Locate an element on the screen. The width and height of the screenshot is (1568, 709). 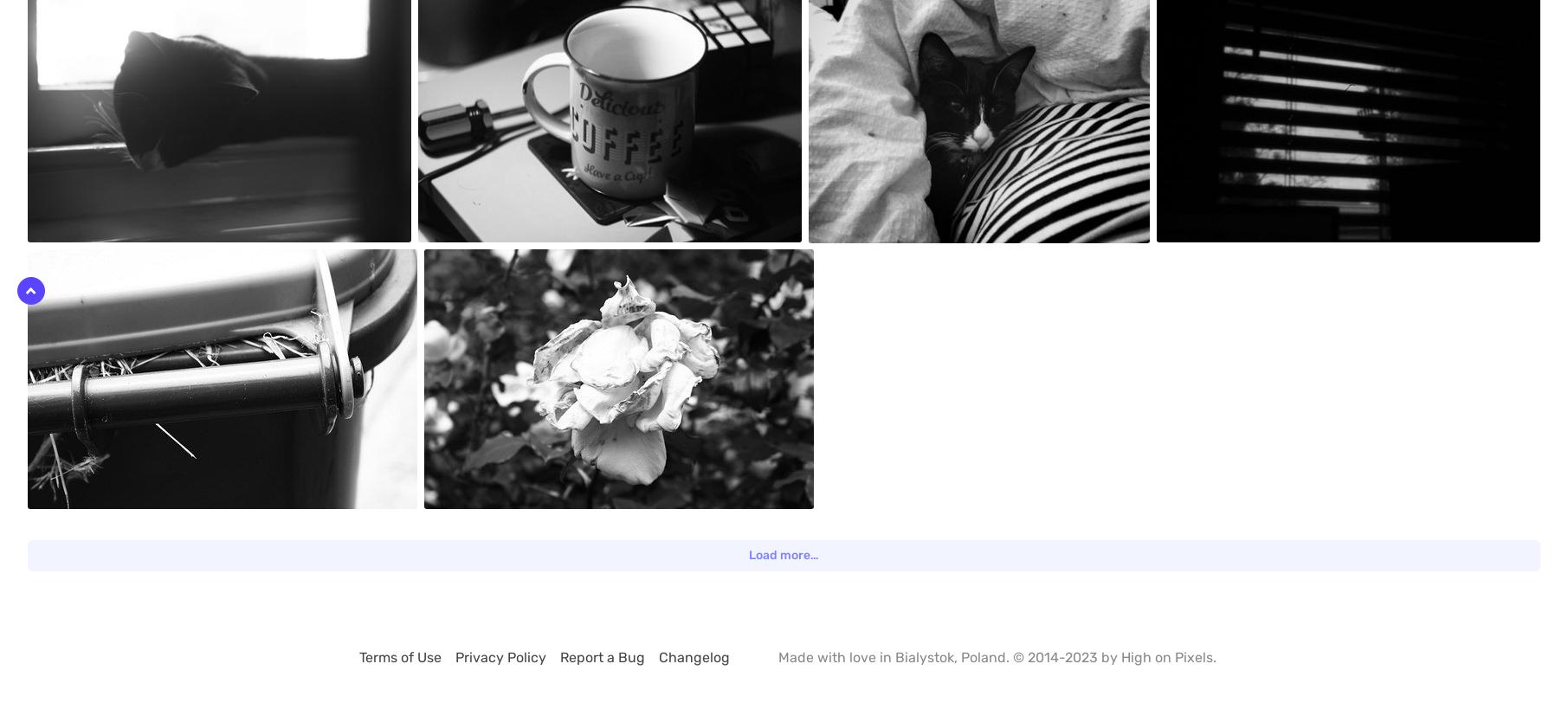
'.' is located at coordinates (1211, 656).